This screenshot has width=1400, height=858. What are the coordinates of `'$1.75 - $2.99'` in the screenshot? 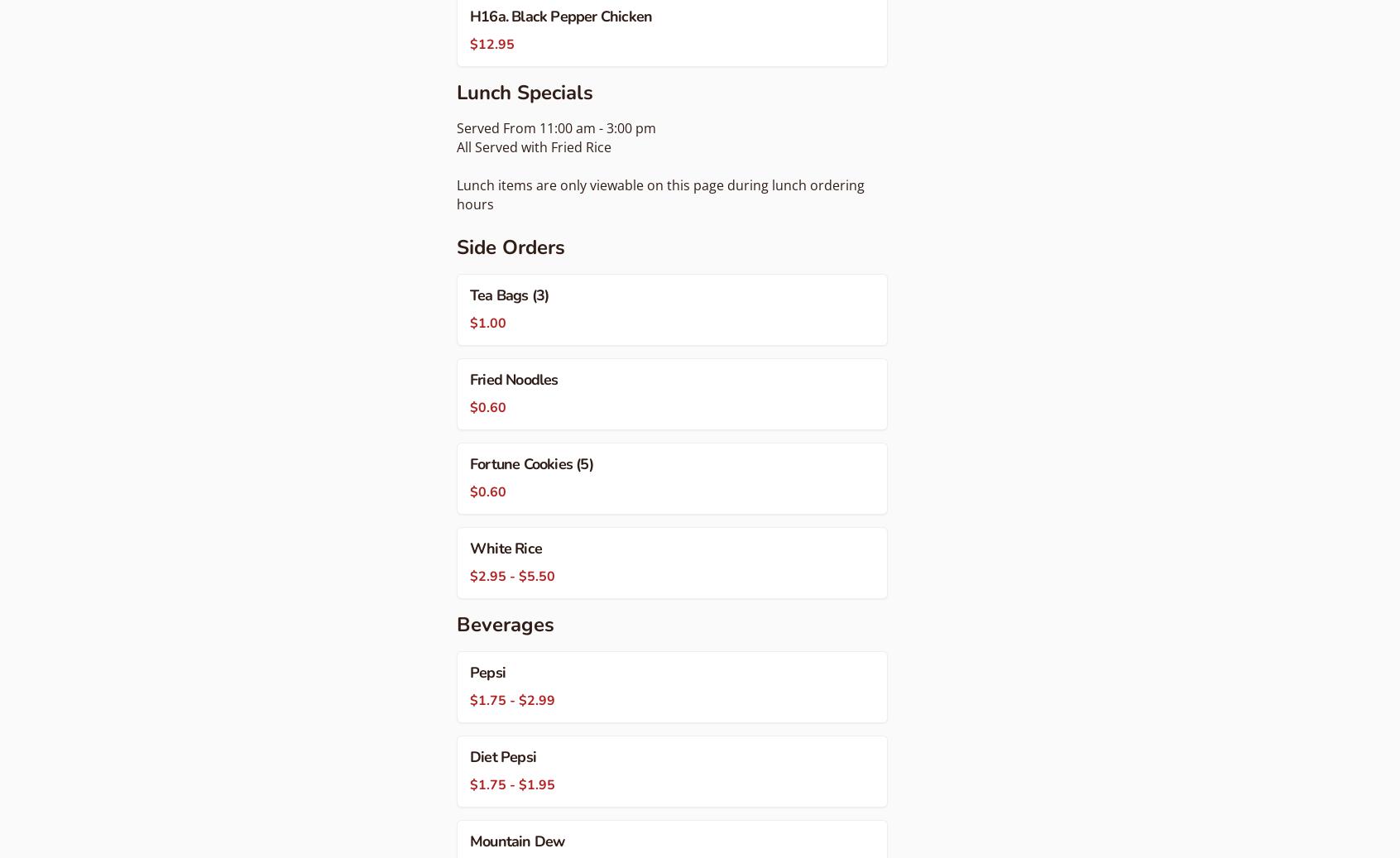 It's located at (469, 699).